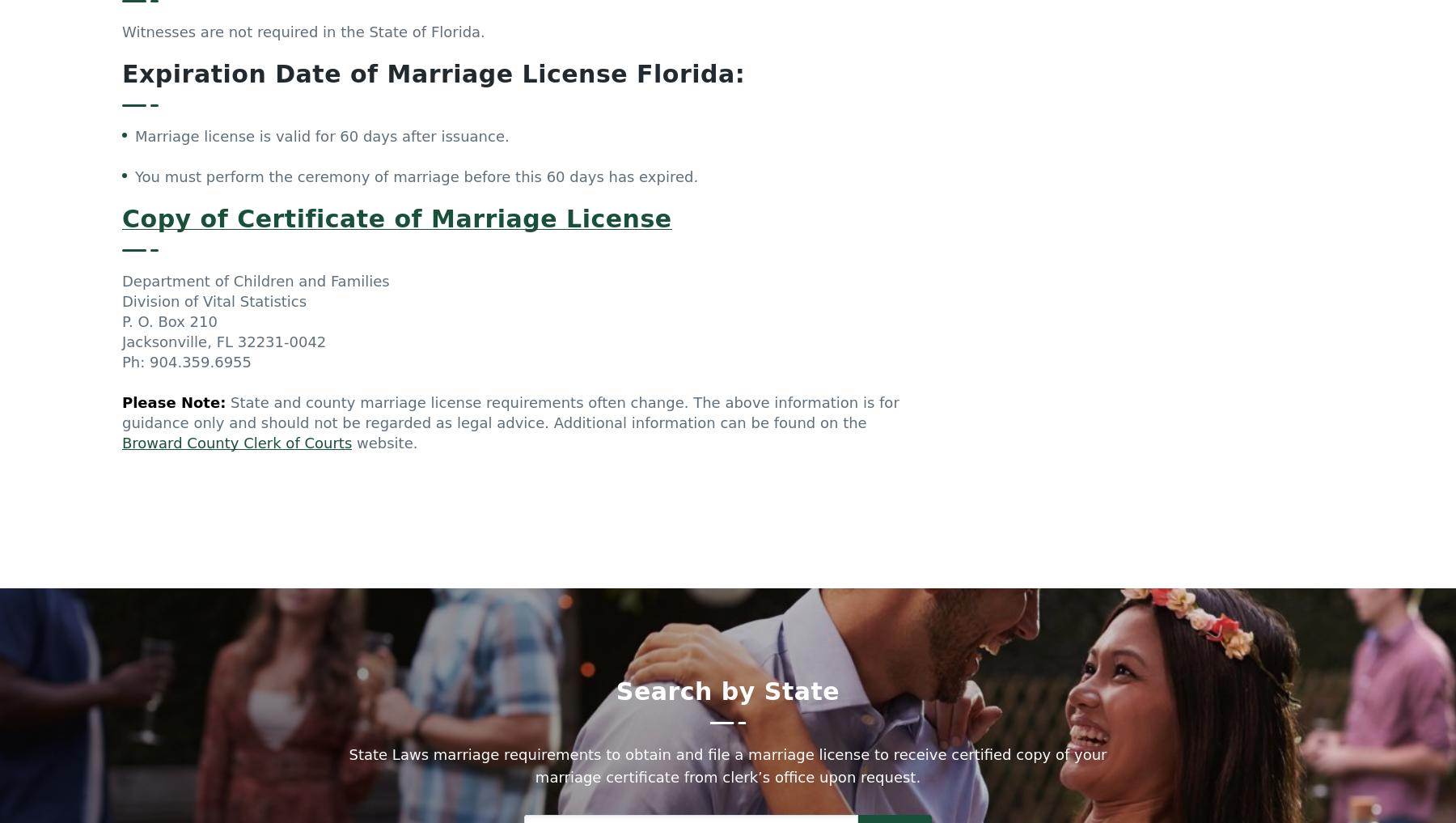  What do you see at coordinates (894, 461) in the screenshot?
I see `'Go'` at bounding box center [894, 461].